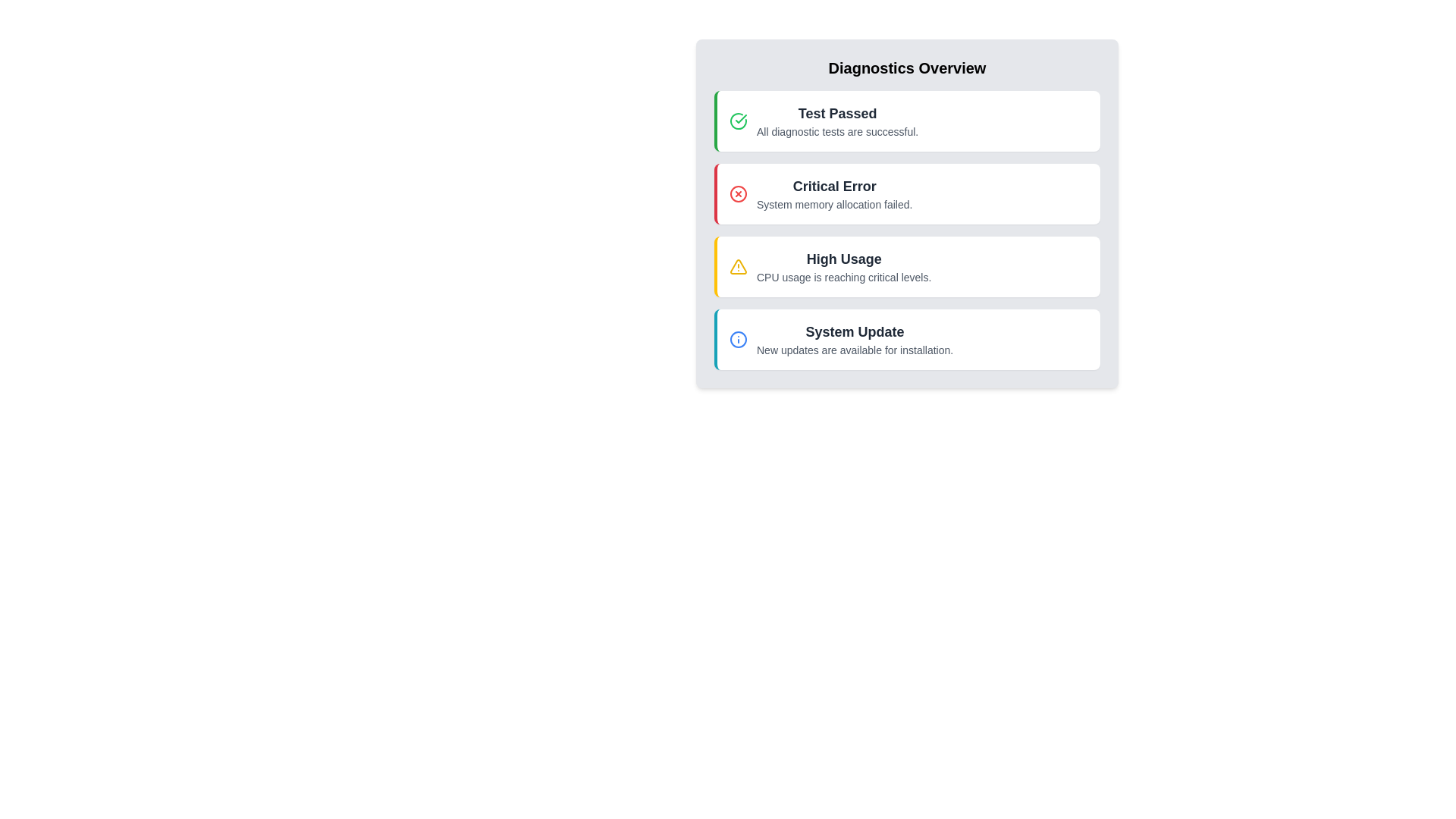  What do you see at coordinates (741, 118) in the screenshot?
I see `the green check mark icon indicating 'Test Passed' in the Diagnostics Overview section` at bounding box center [741, 118].